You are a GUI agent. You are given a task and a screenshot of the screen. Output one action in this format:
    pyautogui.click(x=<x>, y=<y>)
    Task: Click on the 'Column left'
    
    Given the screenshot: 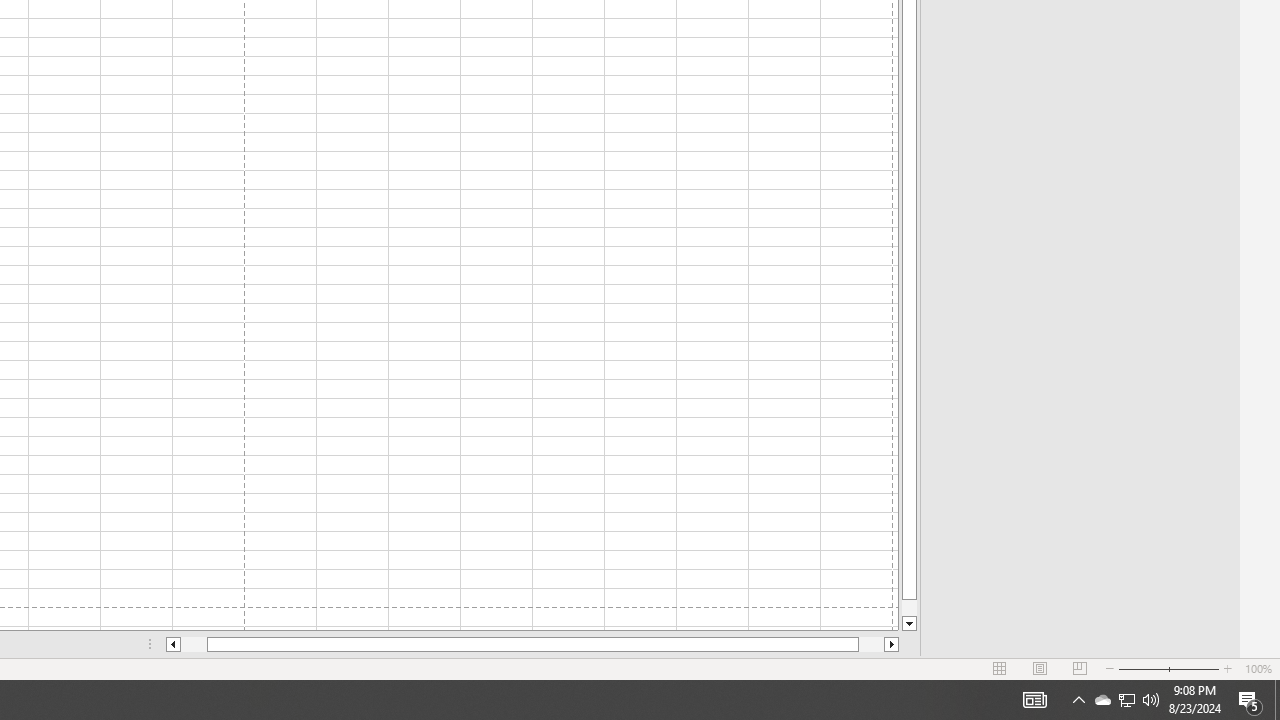 What is the action you would take?
    pyautogui.click(x=172, y=644)
    